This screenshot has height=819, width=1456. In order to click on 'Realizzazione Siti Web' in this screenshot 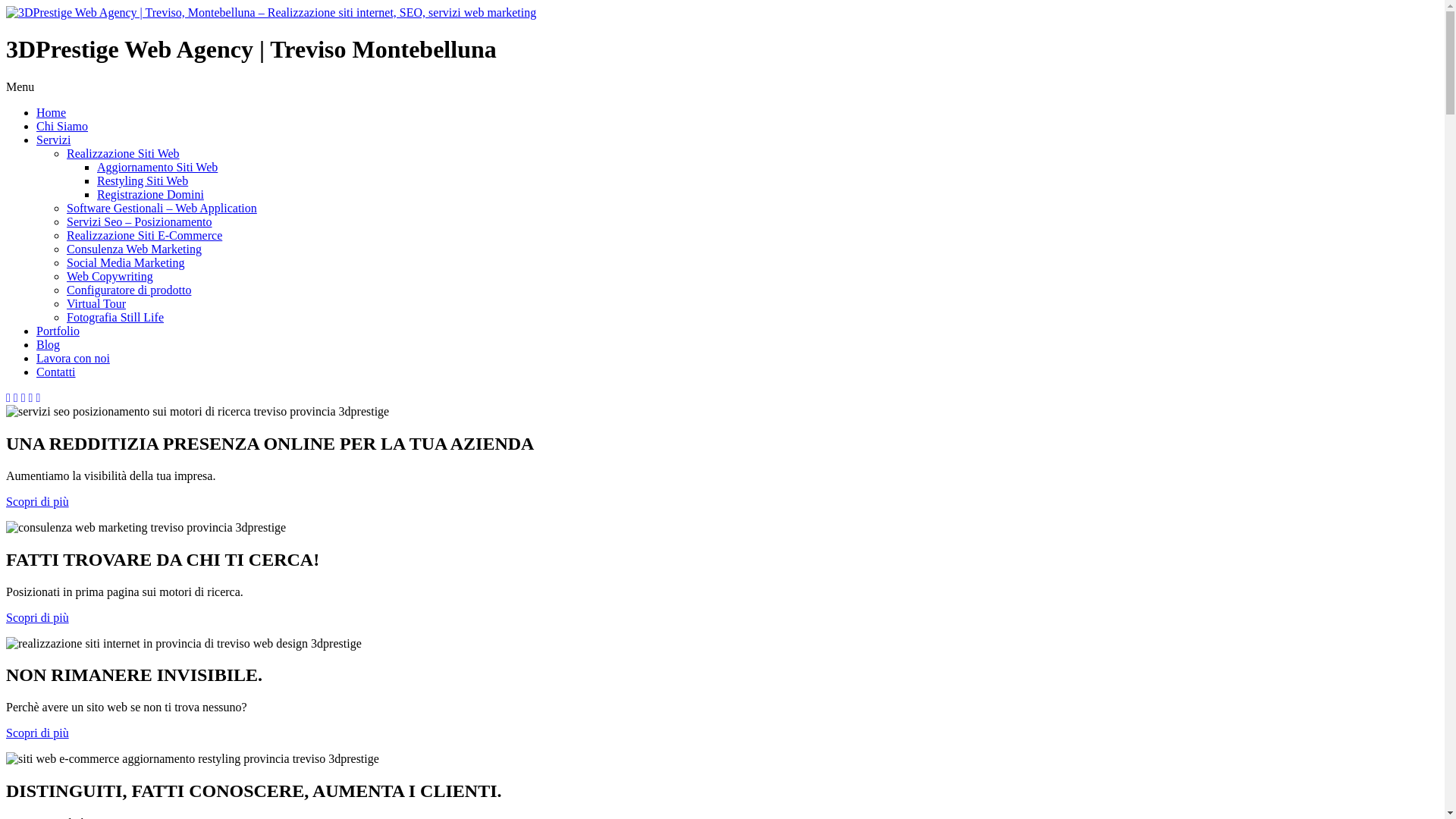, I will do `click(65, 153)`.